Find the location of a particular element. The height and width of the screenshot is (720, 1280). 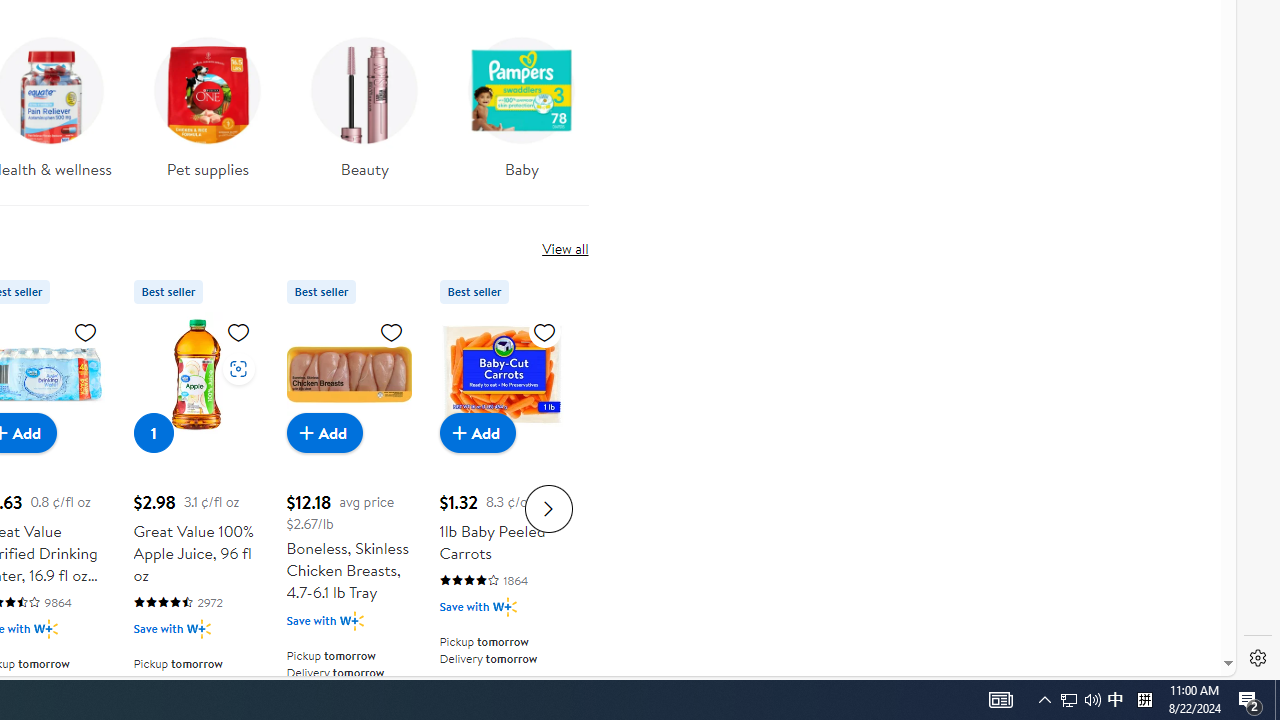

'Pet supplies' is located at coordinates (208, 101).